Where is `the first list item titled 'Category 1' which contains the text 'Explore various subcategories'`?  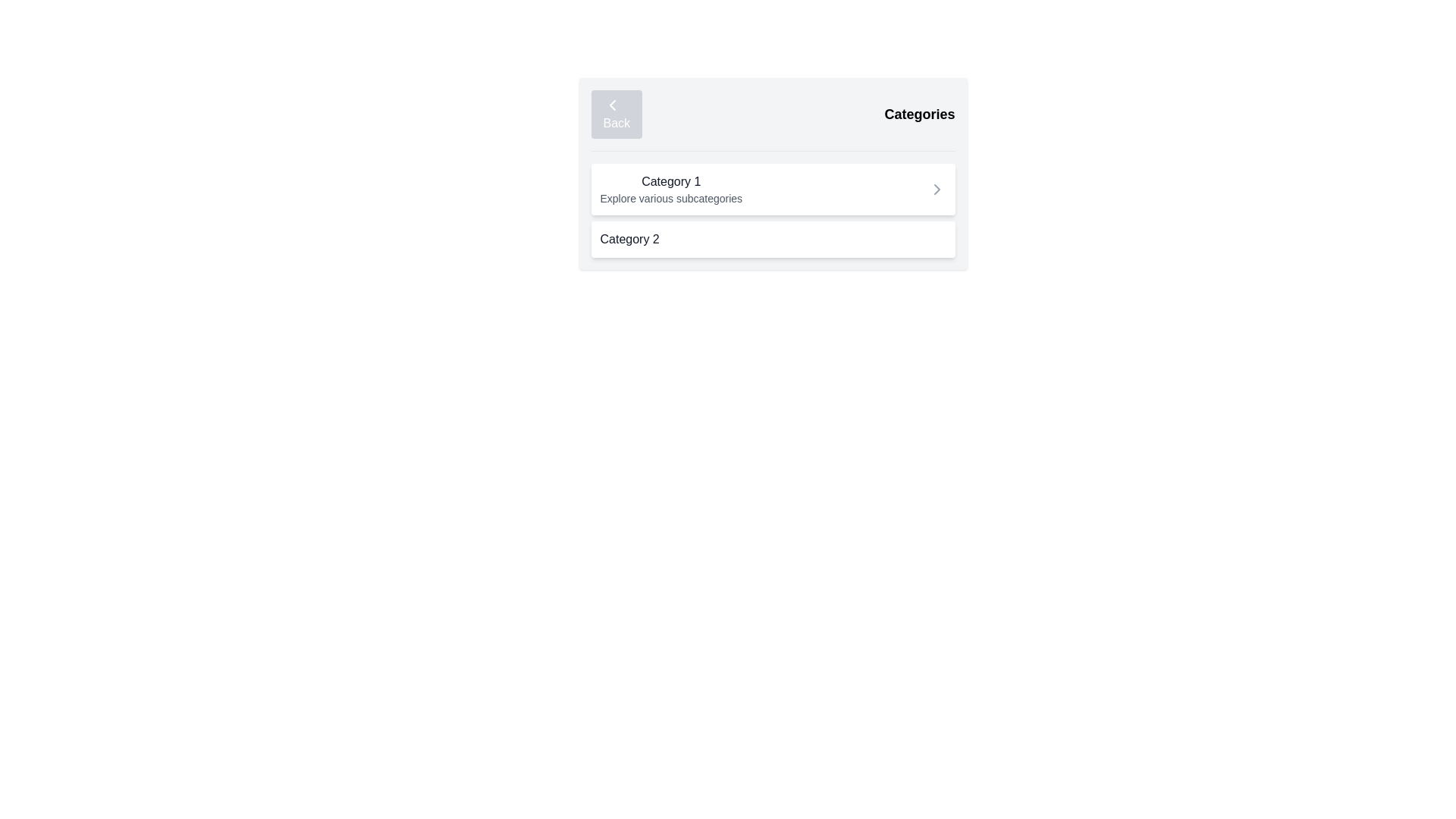
the first list item titled 'Category 1' which contains the text 'Explore various subcategories' is located at coordinates (773, 210).